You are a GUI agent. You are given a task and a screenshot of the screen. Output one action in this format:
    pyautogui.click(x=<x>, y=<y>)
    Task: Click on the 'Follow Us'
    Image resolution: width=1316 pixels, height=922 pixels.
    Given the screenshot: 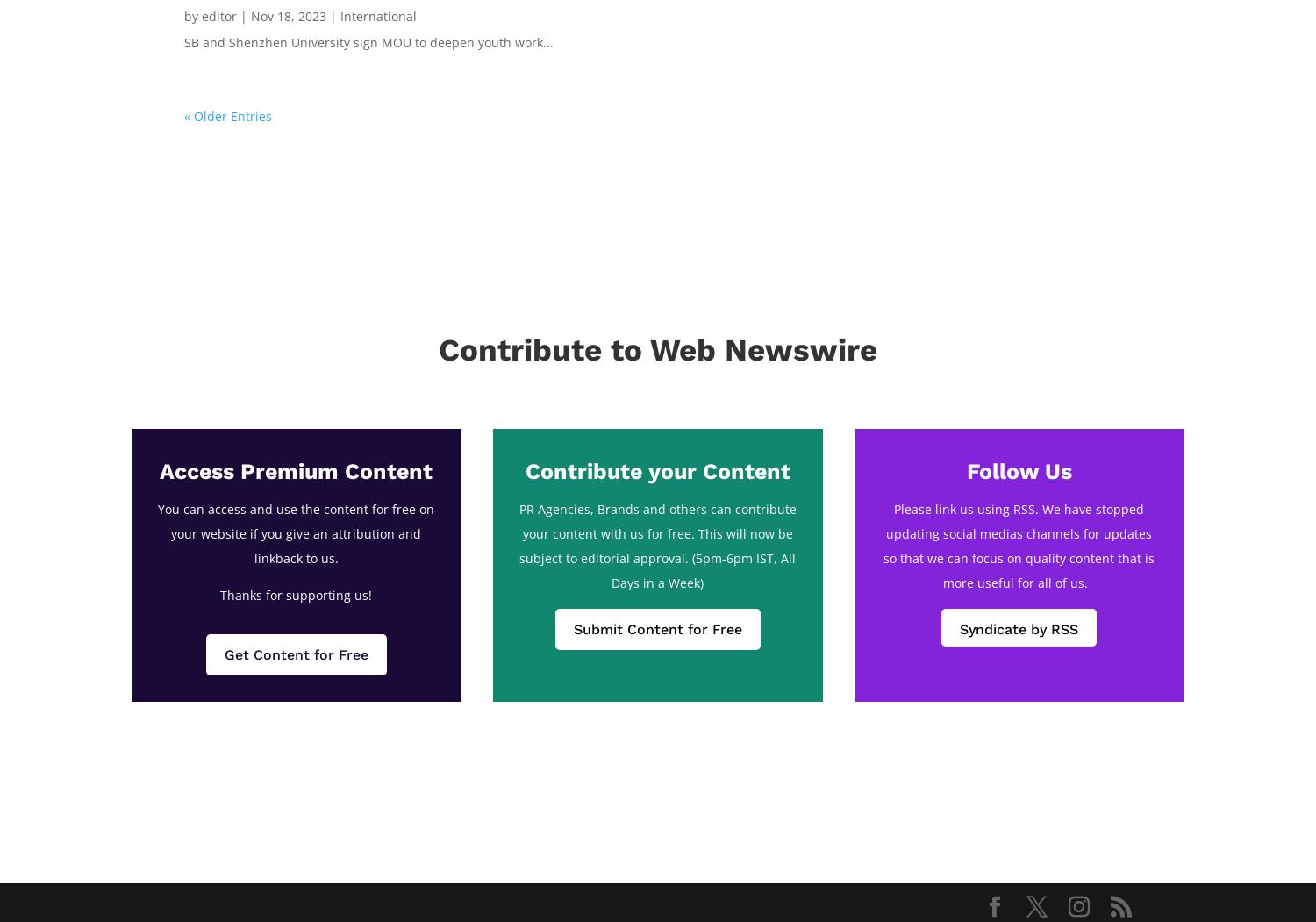 What is the action you would take?
    pyautogui.click(x=1019, y=470)
    